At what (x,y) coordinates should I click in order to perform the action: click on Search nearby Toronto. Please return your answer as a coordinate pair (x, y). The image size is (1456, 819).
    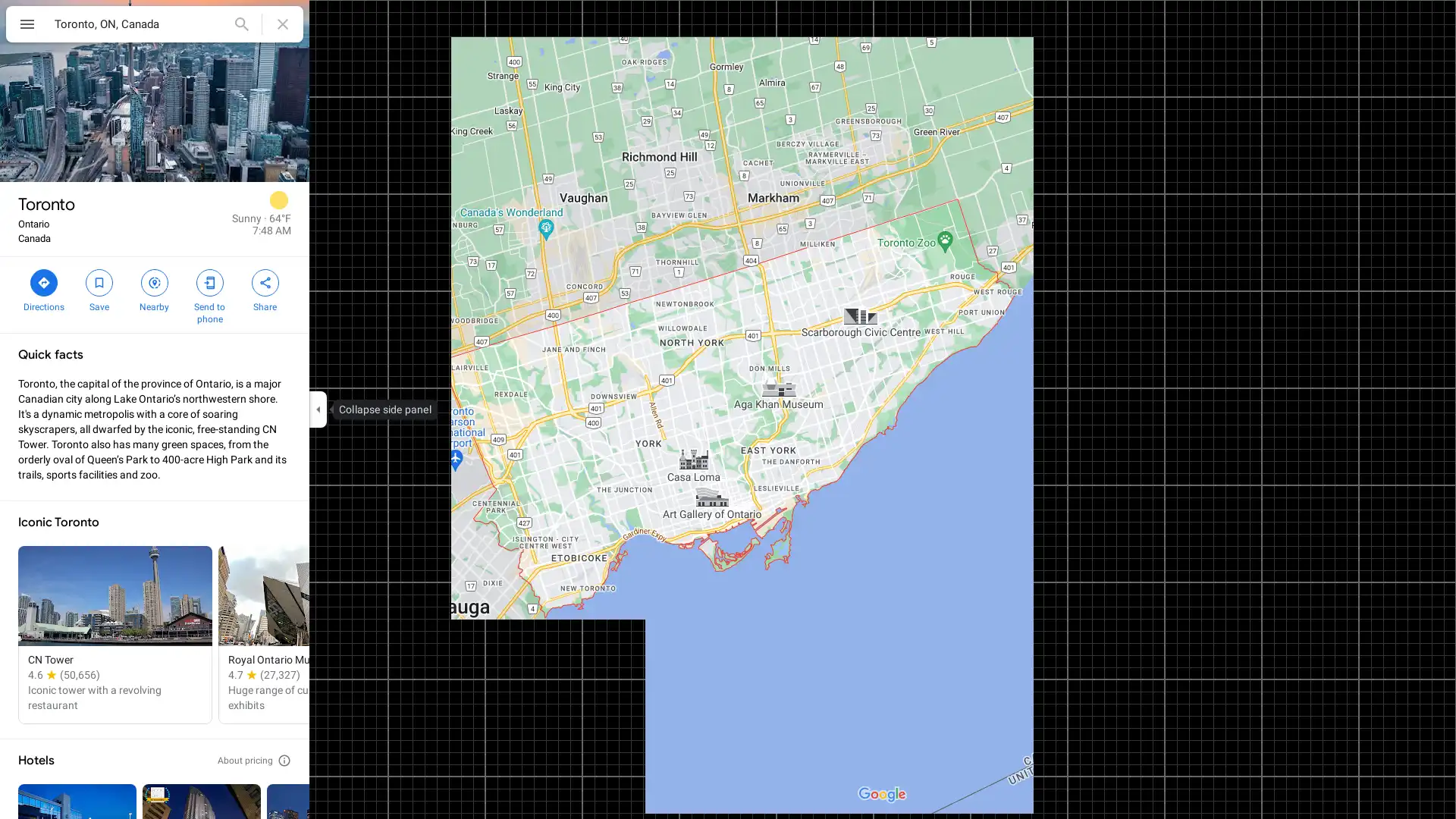
    Looking at the image, I should click on (154, 289).